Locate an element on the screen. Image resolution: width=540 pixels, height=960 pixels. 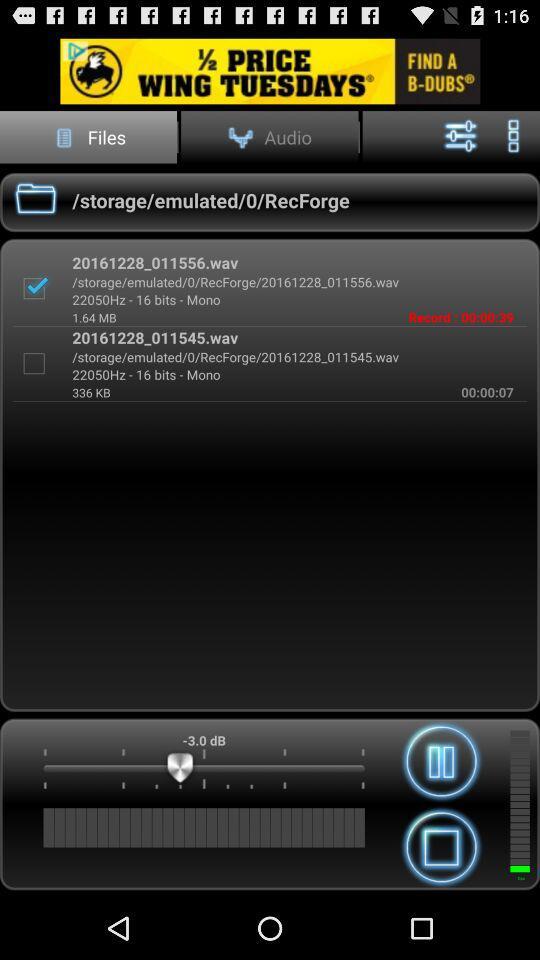
advertisement for b-dubs is located at coordinates (270, 71).